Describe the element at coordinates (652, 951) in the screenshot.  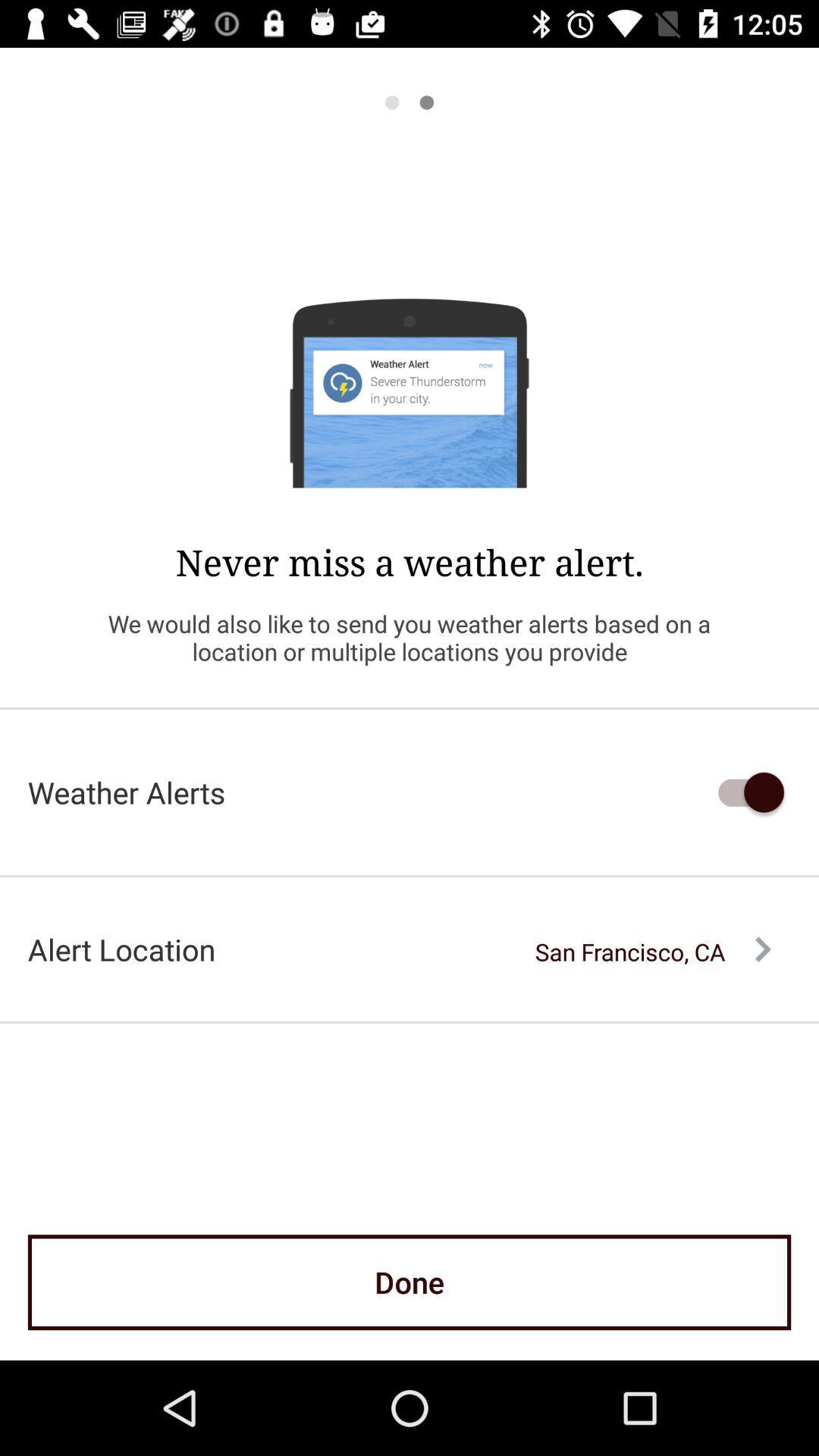
I see `the san francisco, ca item` at that location.